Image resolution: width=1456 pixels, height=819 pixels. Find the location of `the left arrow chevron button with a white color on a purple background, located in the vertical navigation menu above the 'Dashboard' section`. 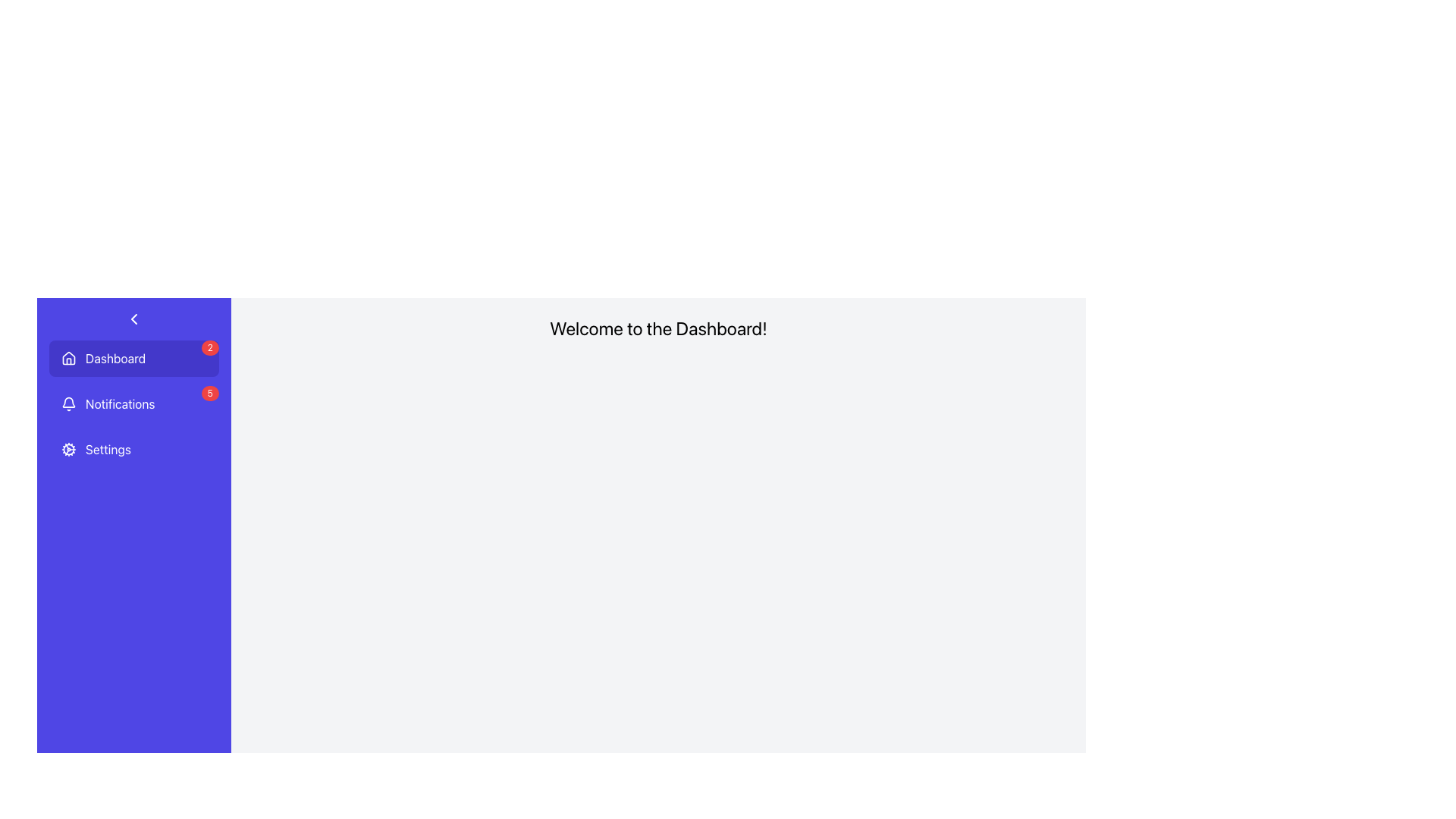

the left arrow chevron button with a white color on a purple background, located in the vertical navigation menu above the 'Dashboard' section is located at coordinates (134, 318).